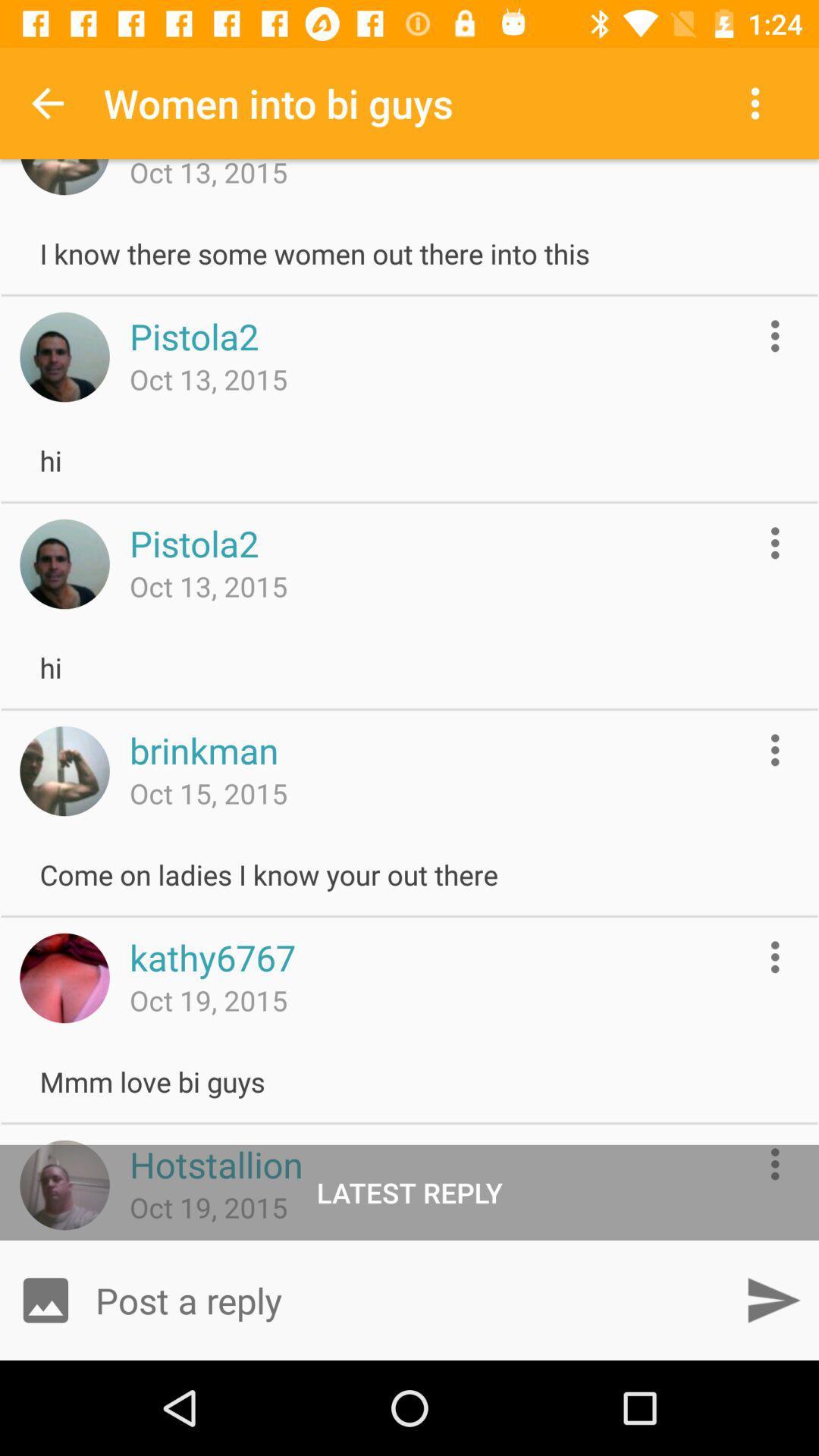 This screenshot has height=1456, width=819. Describe the element at coordinates (773, 1299) in the screenshot. I see `post reply` at that location.